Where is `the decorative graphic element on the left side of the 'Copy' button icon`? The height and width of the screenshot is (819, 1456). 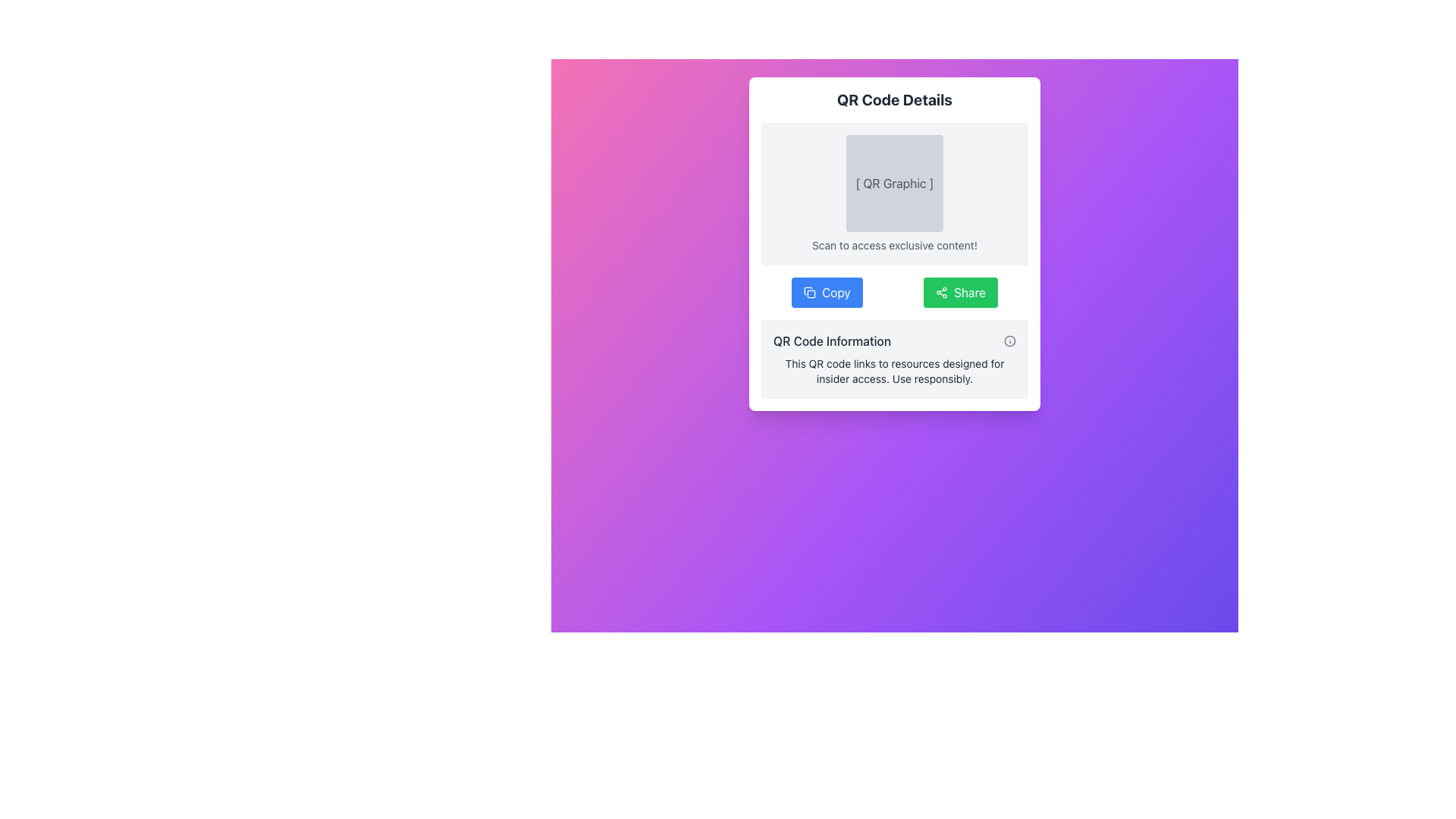 the decorative graphic element on the left side of the 'Copy' button icon is located at coordinates (807, 291).